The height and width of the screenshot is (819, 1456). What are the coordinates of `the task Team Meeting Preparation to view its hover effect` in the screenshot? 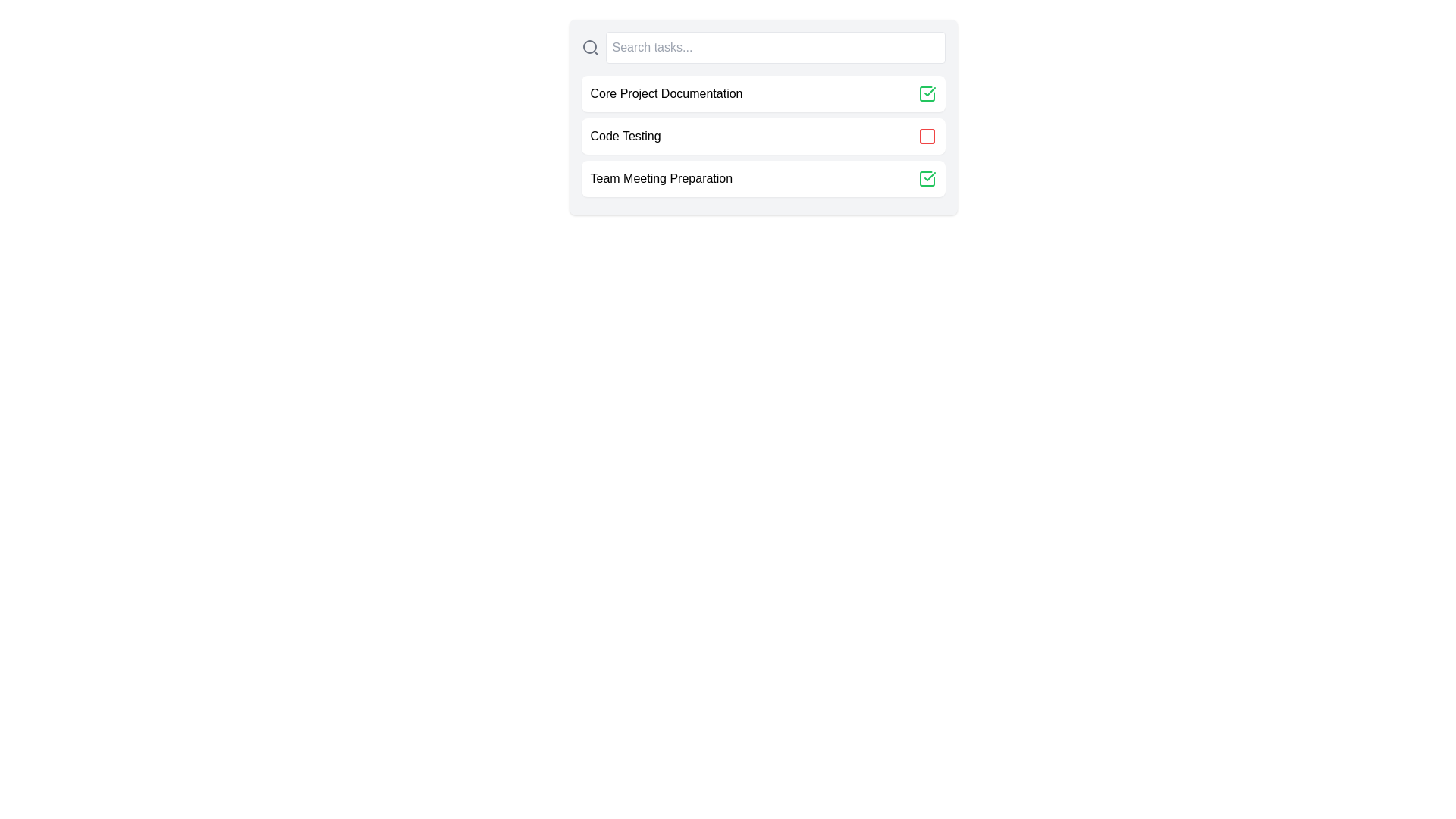 It's located at (763, 177).